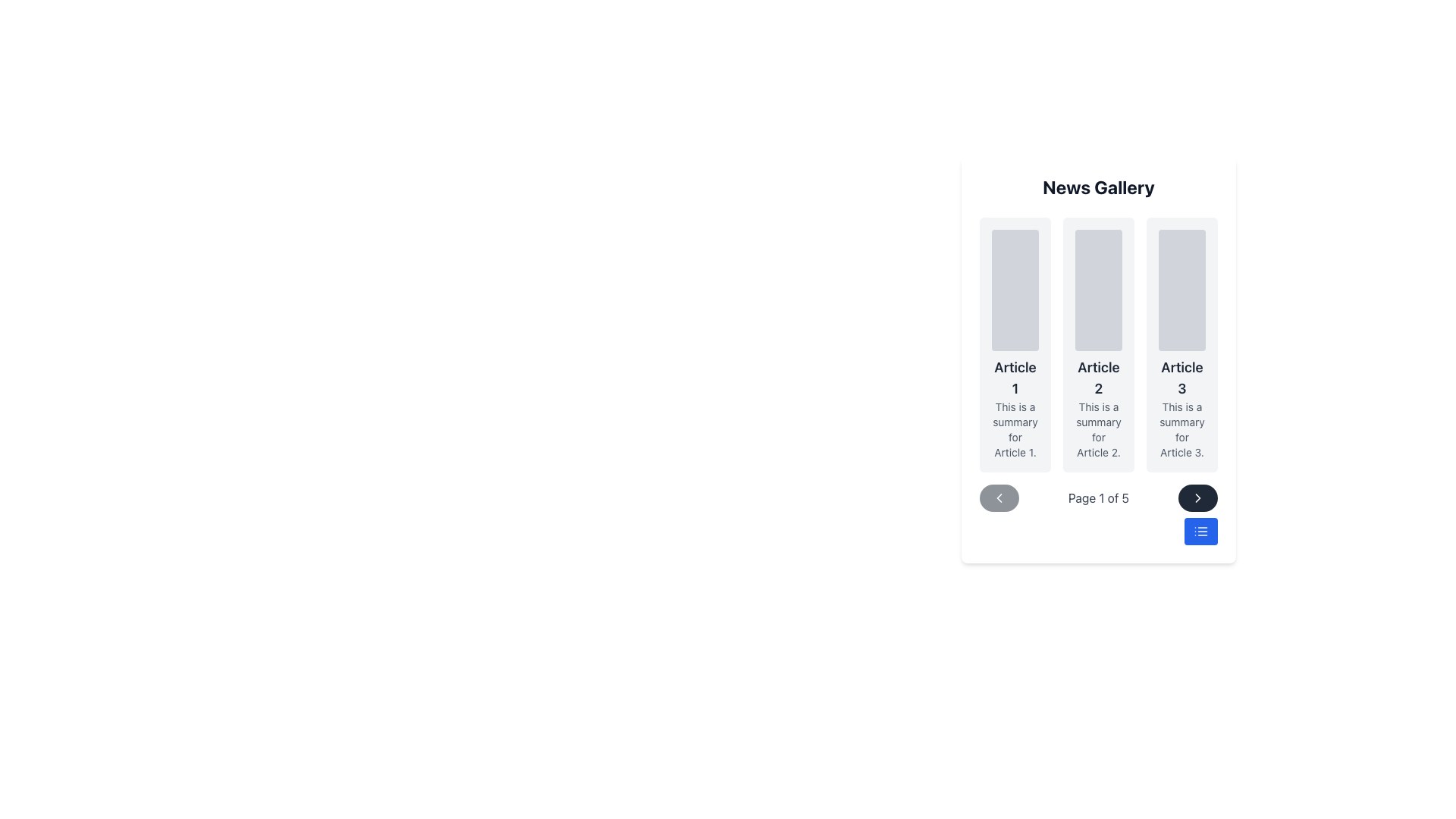  I want to click on the right-facing chevron arrow icon located on the rounded dark gray button in the navigation footer, adjacent to the 'Page 1 of 5' text, so click(1197, 497).